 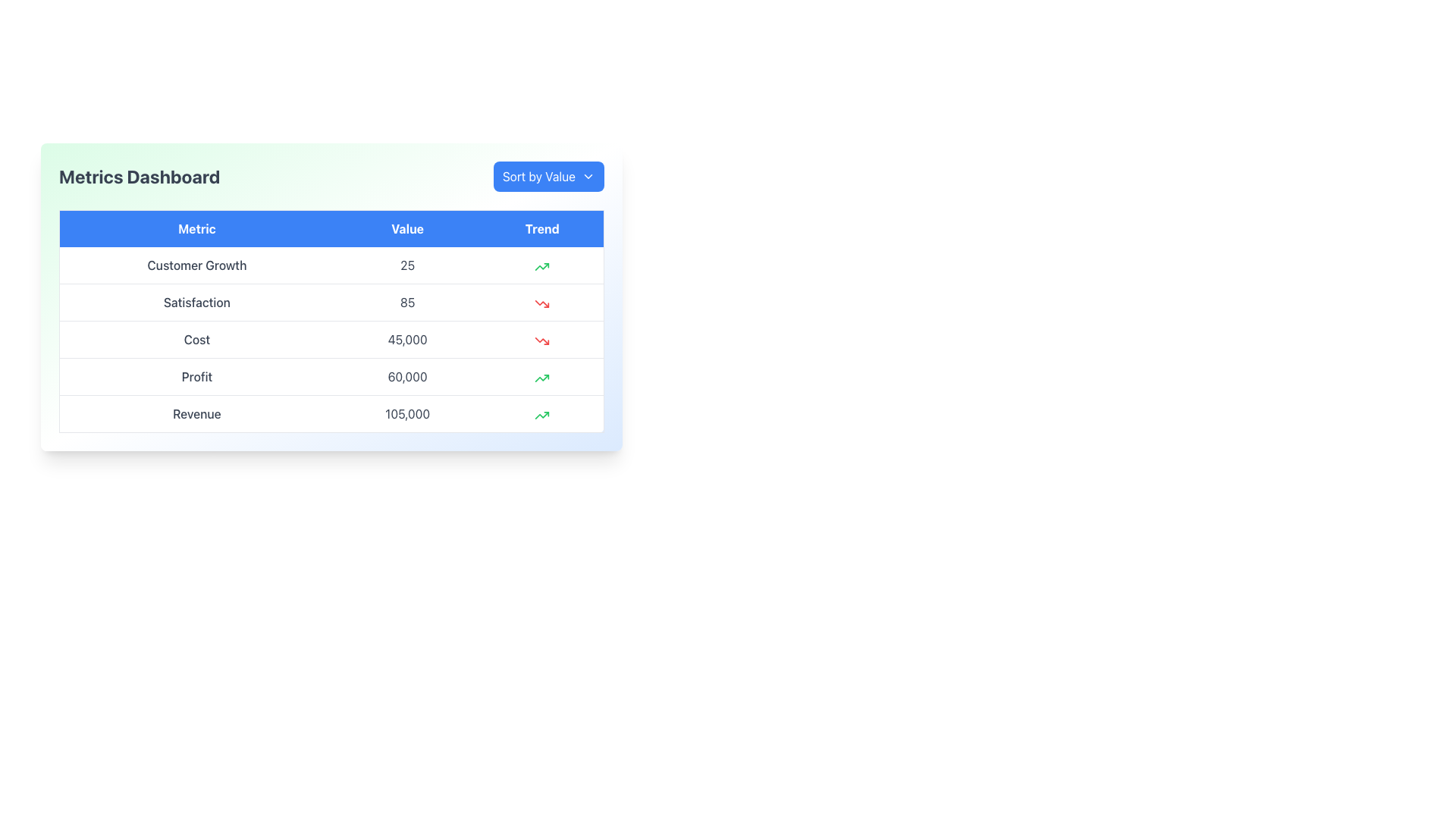 What do you see at coordinates (140, 175) in the screenshot?
I see `text 'Metrics Dashboard' which is styled in bold font and located at the upper-left area of the dashboard interface, just above the tabular area` at bounding box center [140, 175].